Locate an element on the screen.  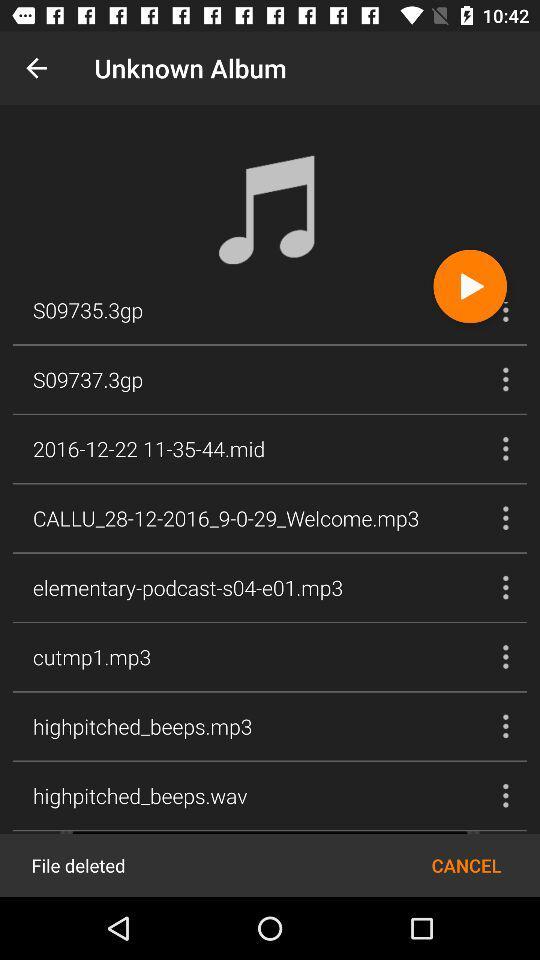
the more options button above cancel option is located at coordinates (504, 796).